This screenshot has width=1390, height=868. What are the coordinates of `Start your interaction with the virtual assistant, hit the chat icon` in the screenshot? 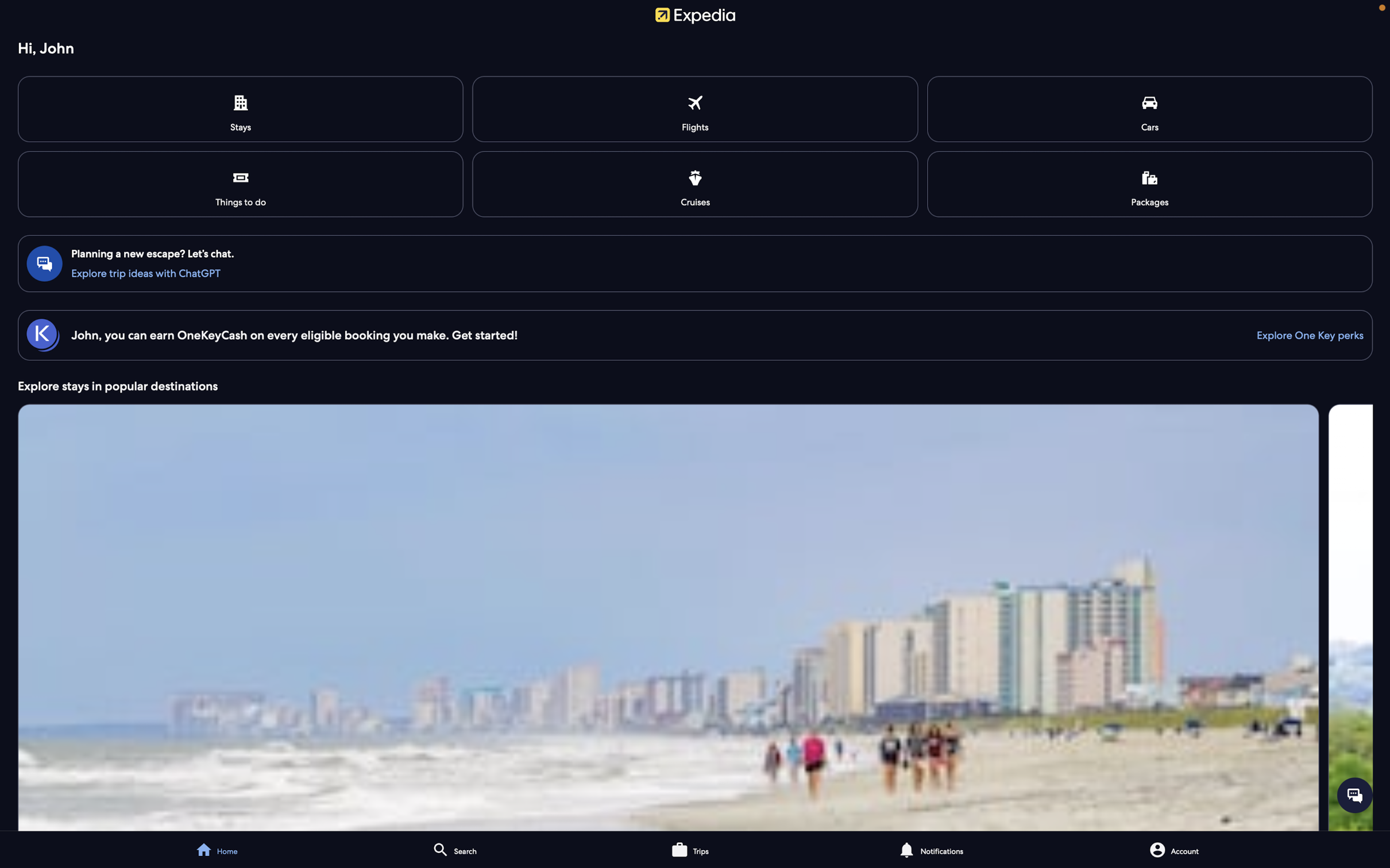 It's located at (1354, 794).